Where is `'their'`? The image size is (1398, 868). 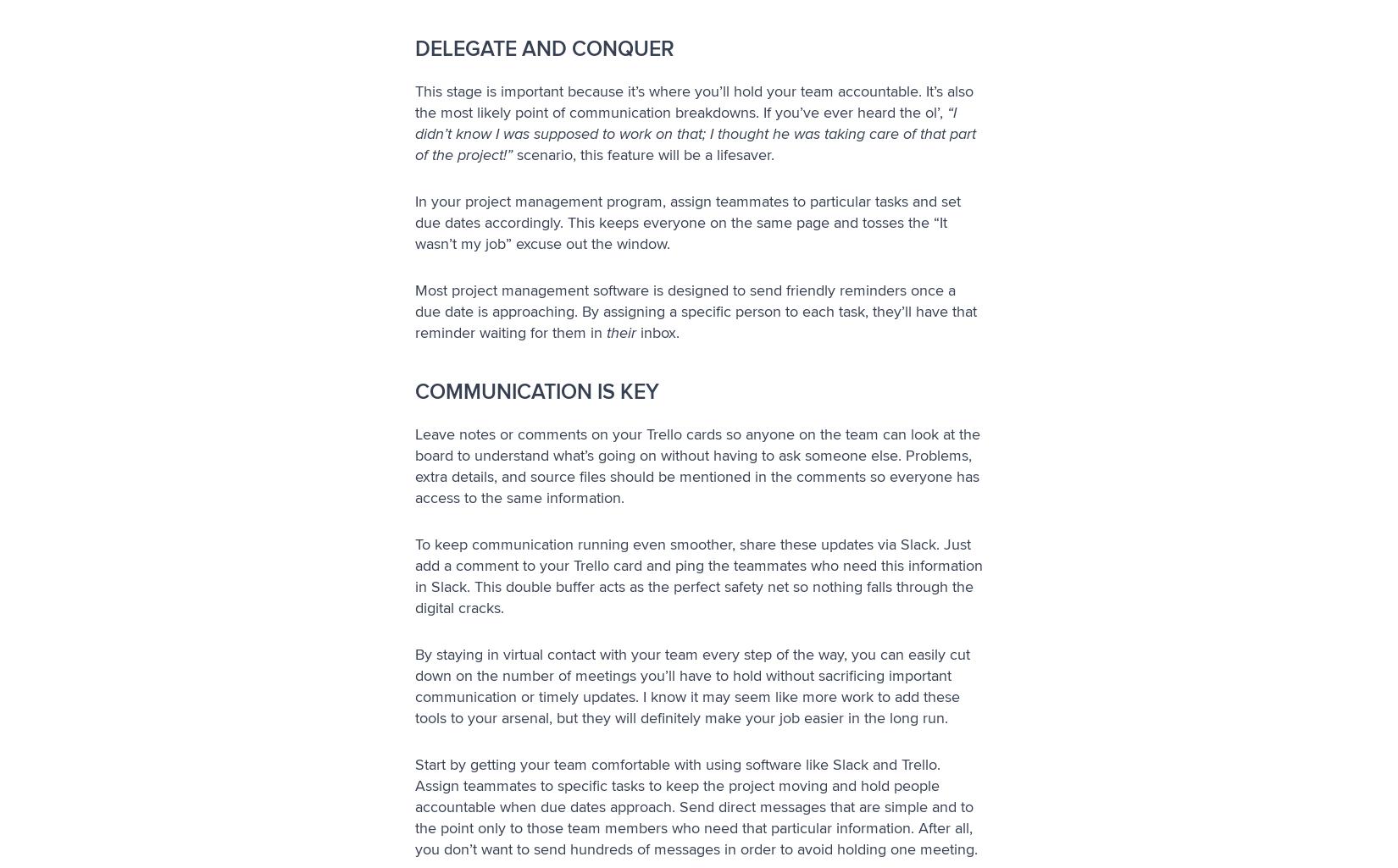
'their' is located at coordinates (620, 332).